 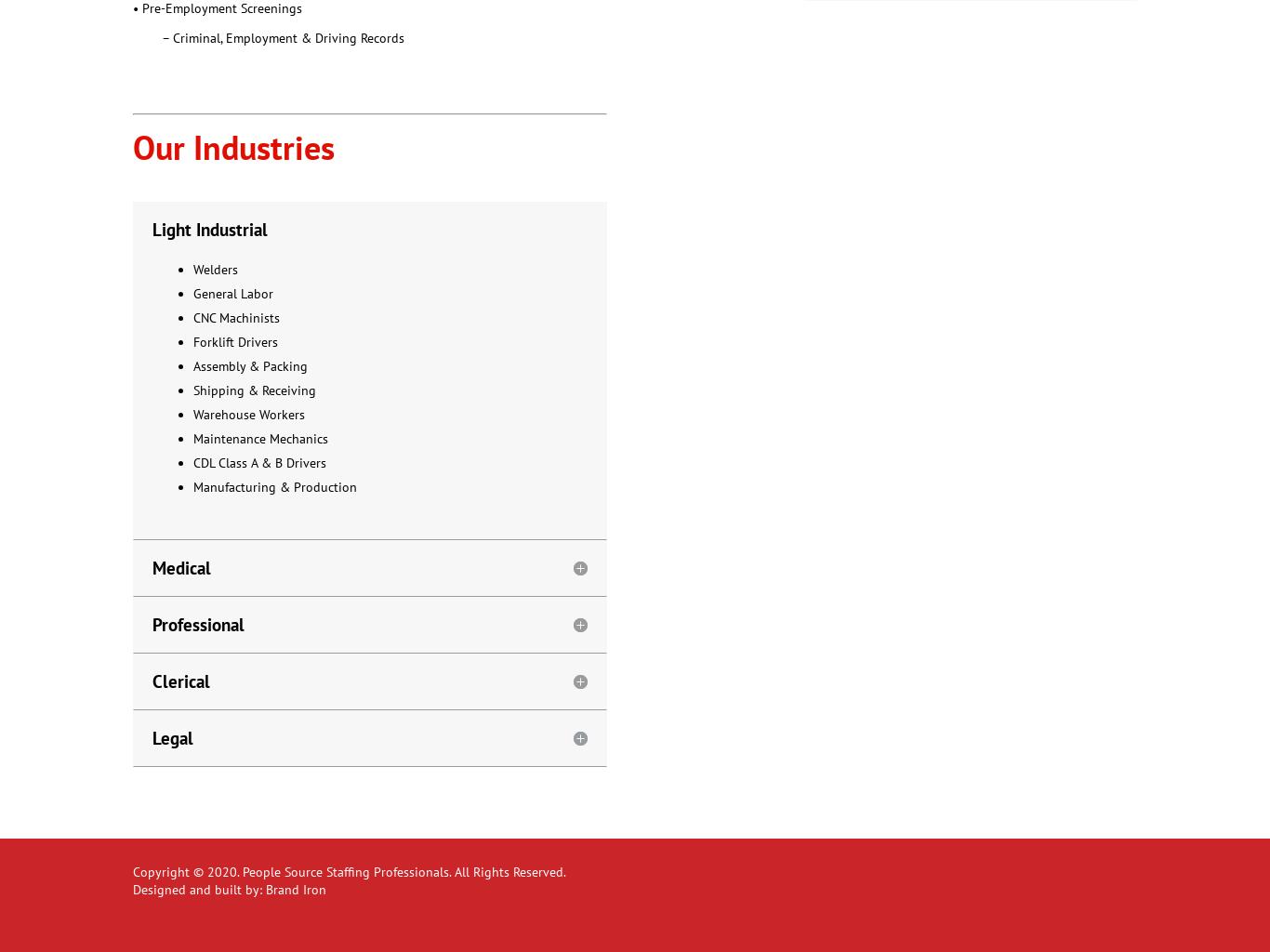 What do you see at coordinates (250, 364) in the screenshot?
I see `'Assembly & Packing'` at bounding box center [250, 364].